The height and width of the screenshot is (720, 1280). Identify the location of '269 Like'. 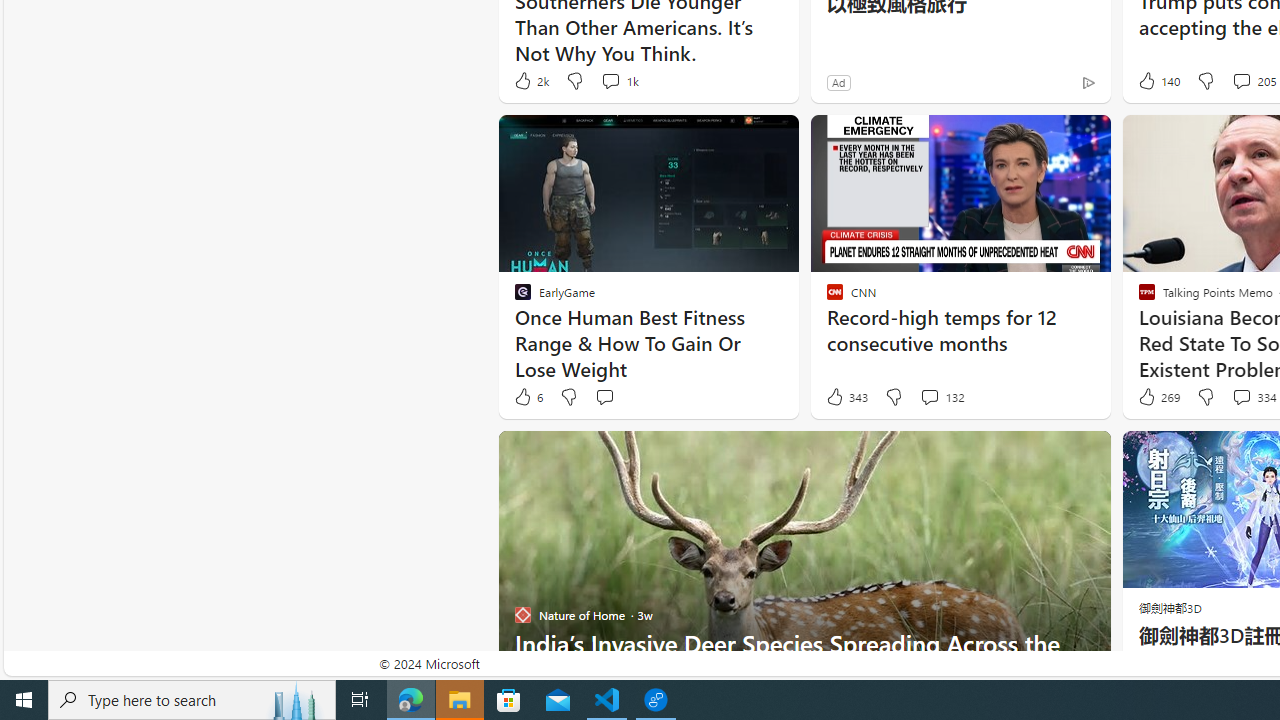
(1157, 397).